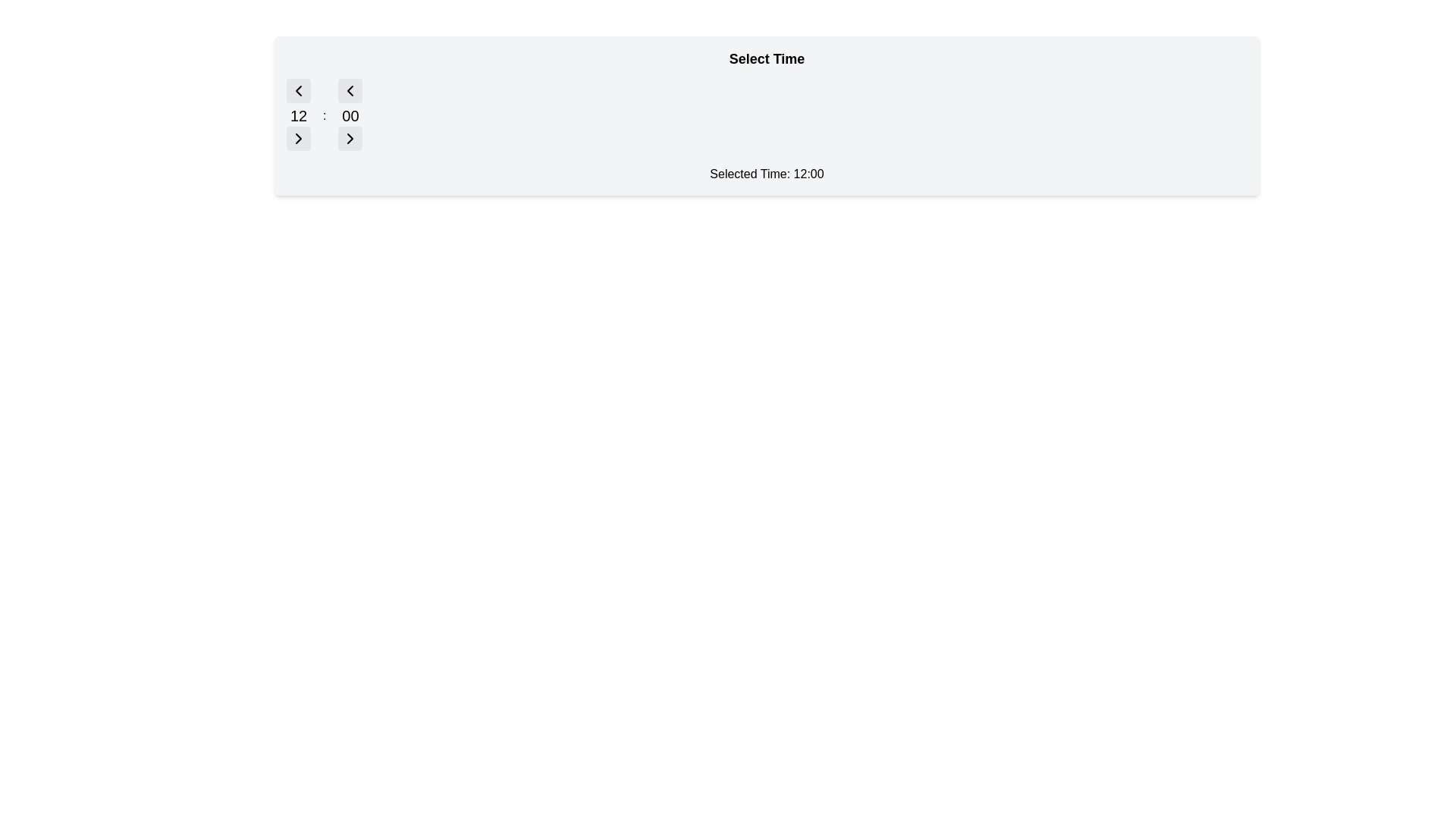  What do you see at coordinates (350, 138) in the screenshot?
I see `the small gray circular button with a right-facing chevron icon to visualize its hover effect` at bounding box center [350, 138].